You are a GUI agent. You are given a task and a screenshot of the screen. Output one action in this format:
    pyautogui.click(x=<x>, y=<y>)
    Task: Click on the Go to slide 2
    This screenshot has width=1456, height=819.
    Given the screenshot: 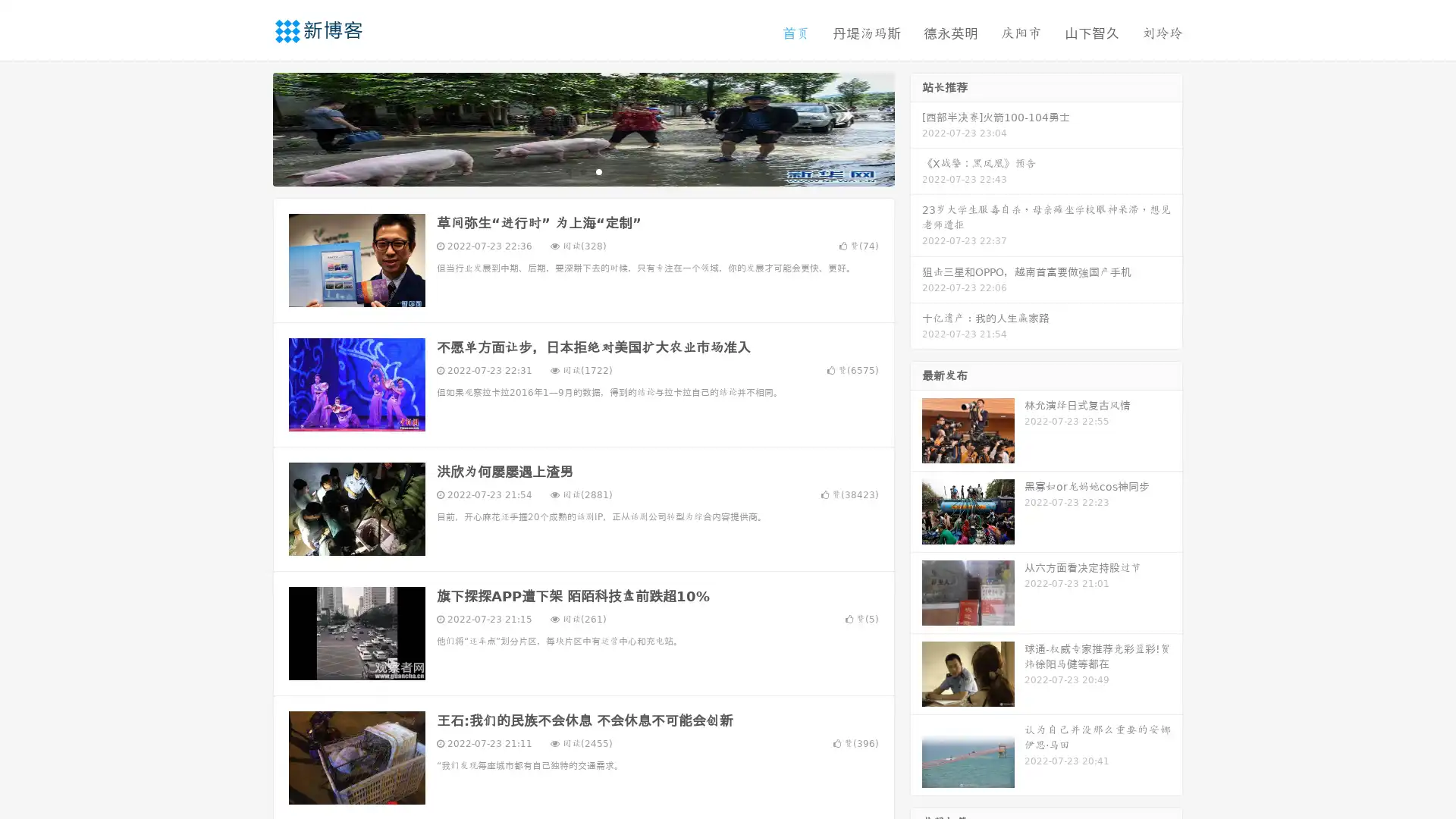 What is the action you would take?
    pyautogui.click(x=582, y=171)
    